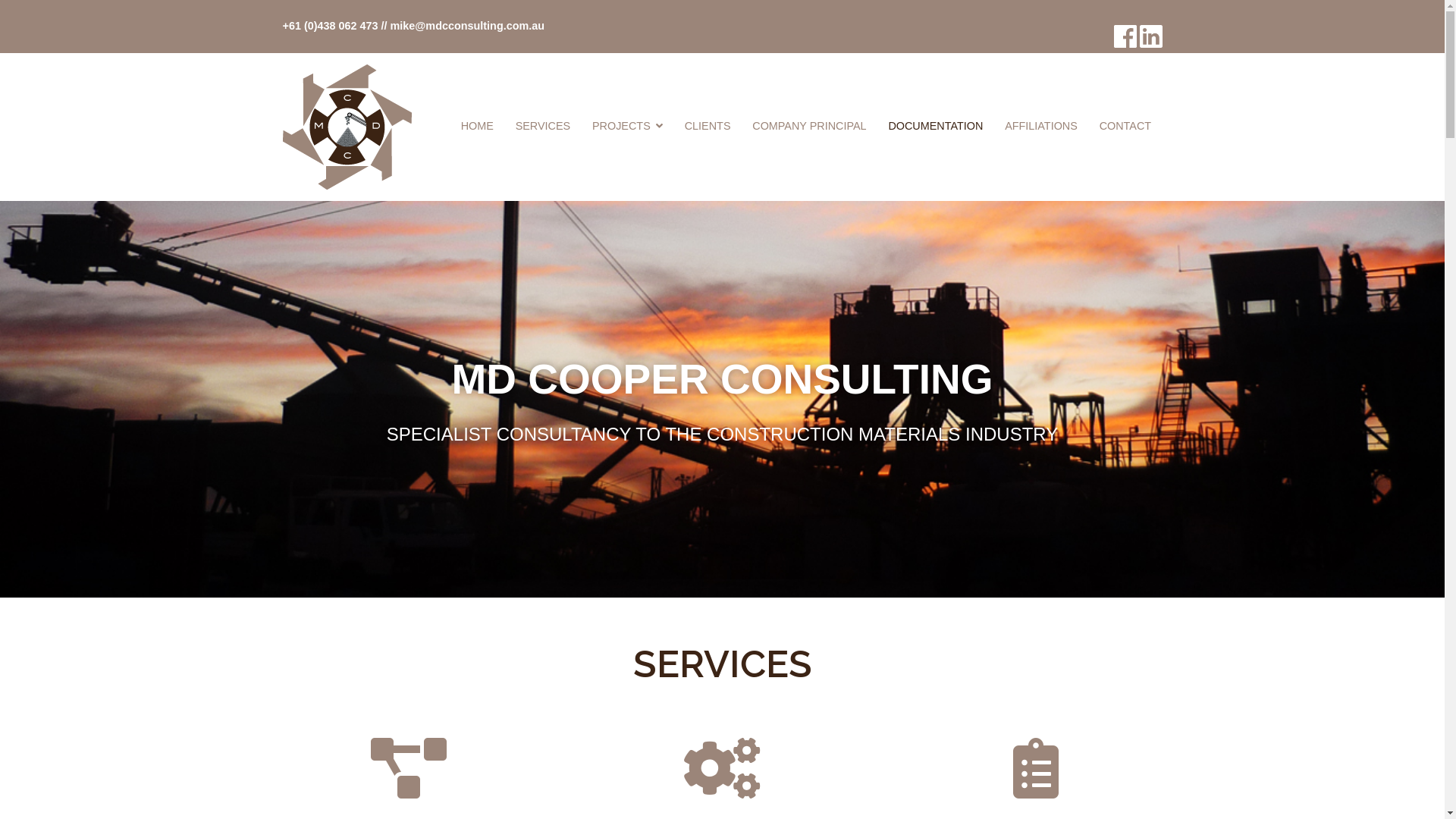 The width and height of the screenshot is (1456, 819). What do you see at coordinates (476, 125) in the screenshot?
I see `'HOME'` at bounding box center [476, 125].